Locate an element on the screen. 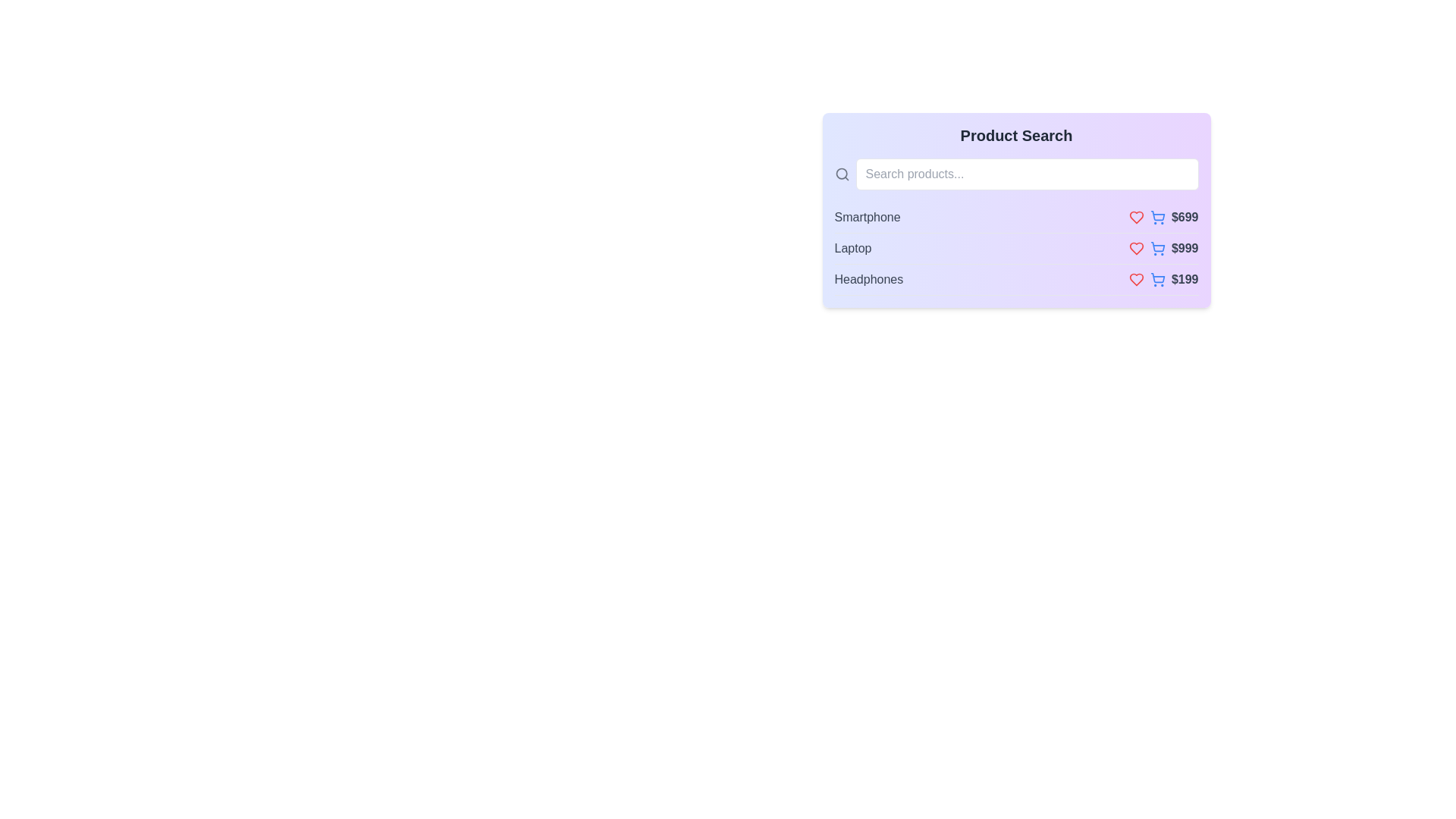 Image resolution: width=1456 pixels, height=819 pixels. the circular magnifying glass icon with a gray outline, located on the left side of the search input field is located at coordinates (841, 174).